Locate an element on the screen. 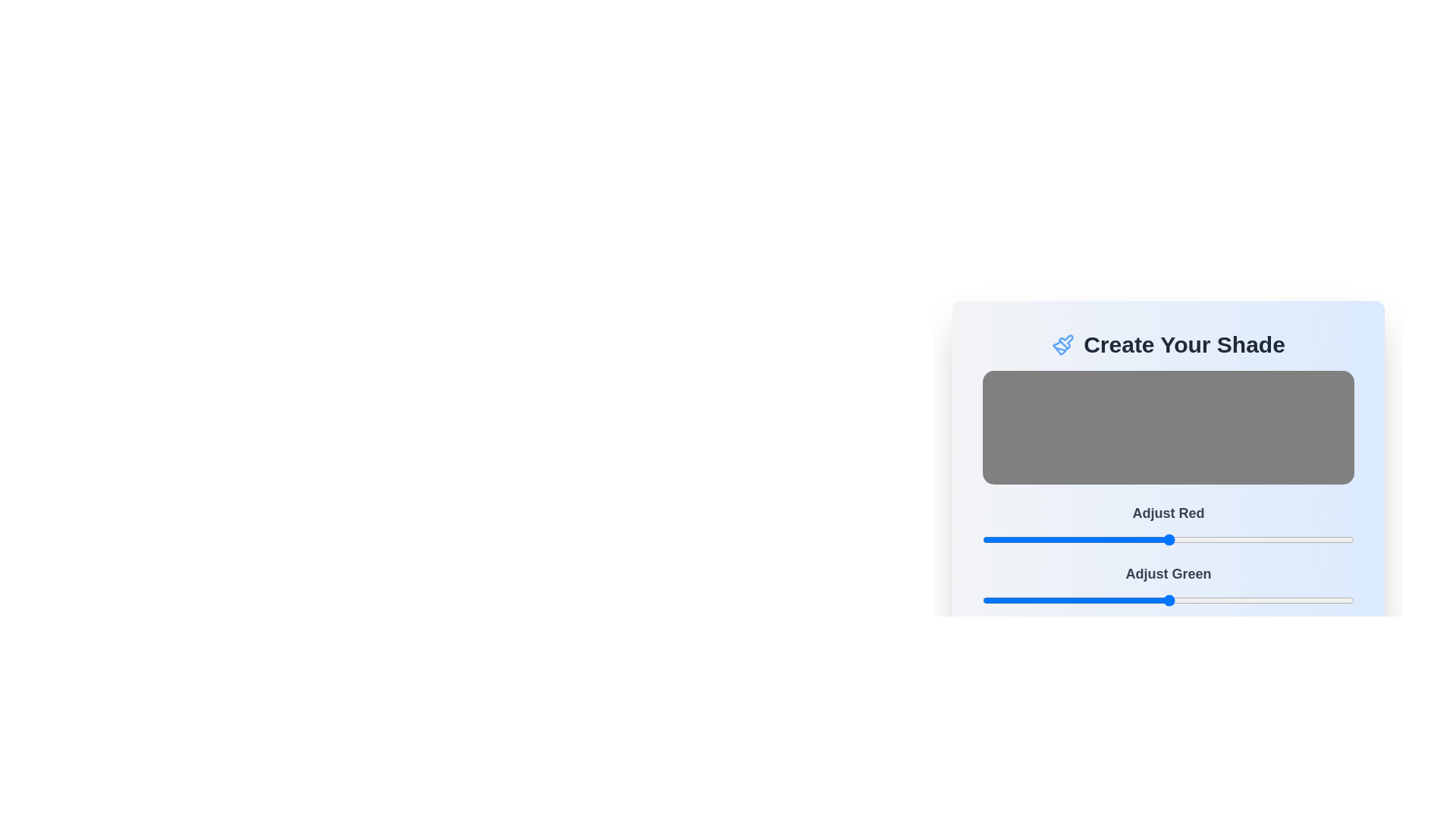 Image resolution: width=1456 pixels, height=819 pixels. the red color slider to 68 is located at coordinates (1081, 539).